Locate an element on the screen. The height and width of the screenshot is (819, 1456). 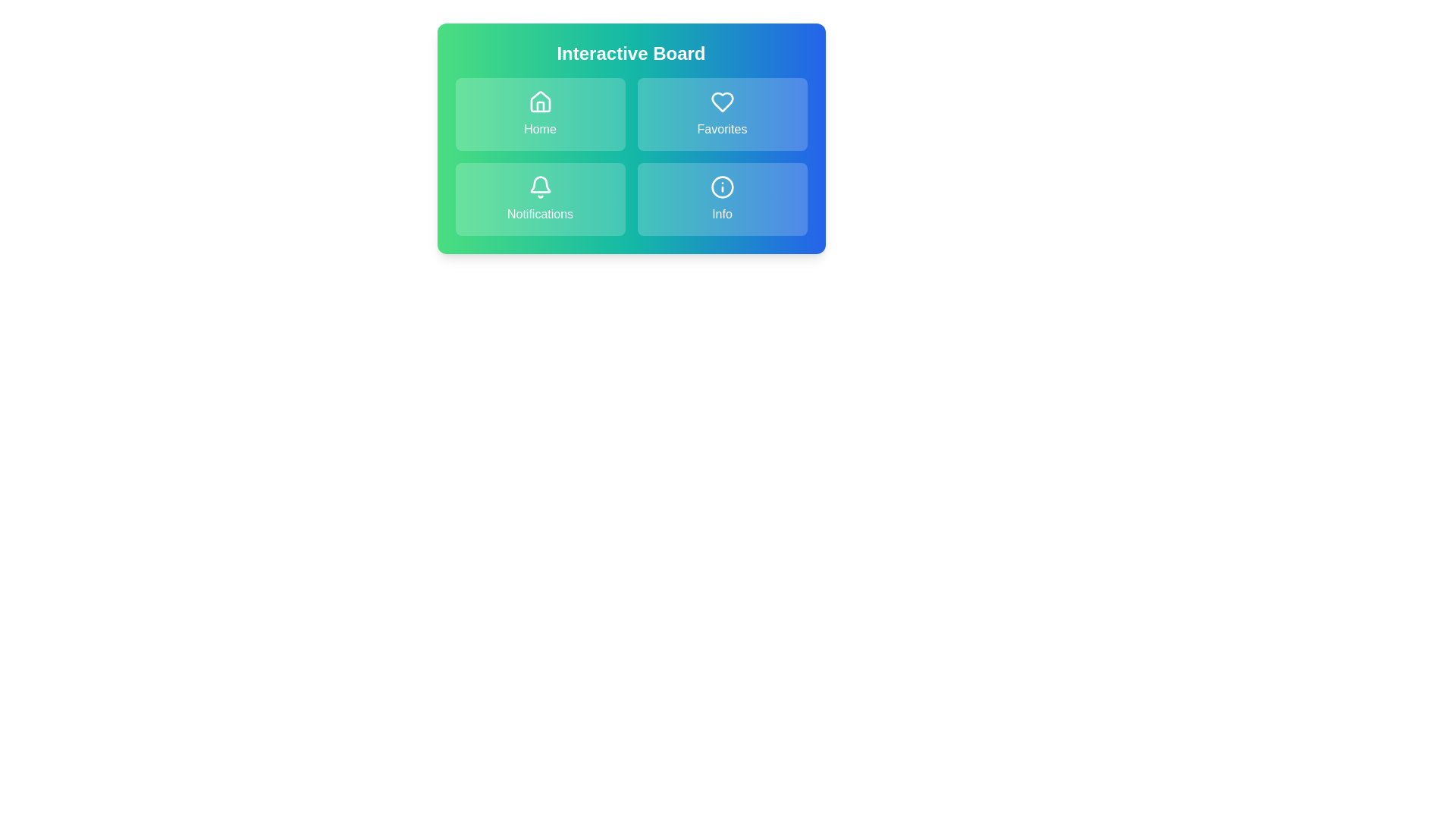
text label associated with the 'Home' icon located in the top-left quadrant of the 'Interactive Board' card is located at coordinates (540, 128).